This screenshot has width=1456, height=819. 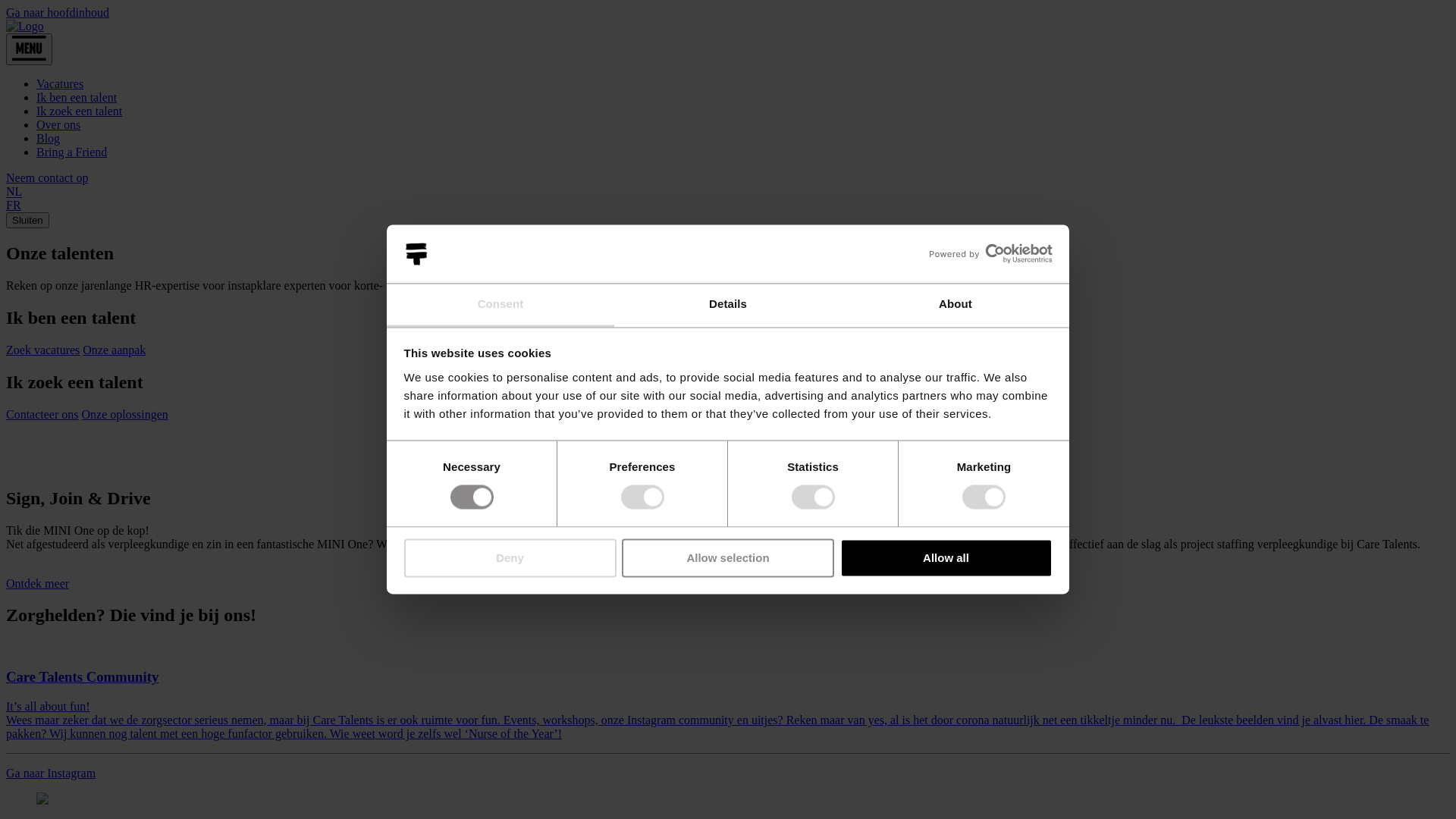 I want to click on 'FR', so click(x=14, y=205).